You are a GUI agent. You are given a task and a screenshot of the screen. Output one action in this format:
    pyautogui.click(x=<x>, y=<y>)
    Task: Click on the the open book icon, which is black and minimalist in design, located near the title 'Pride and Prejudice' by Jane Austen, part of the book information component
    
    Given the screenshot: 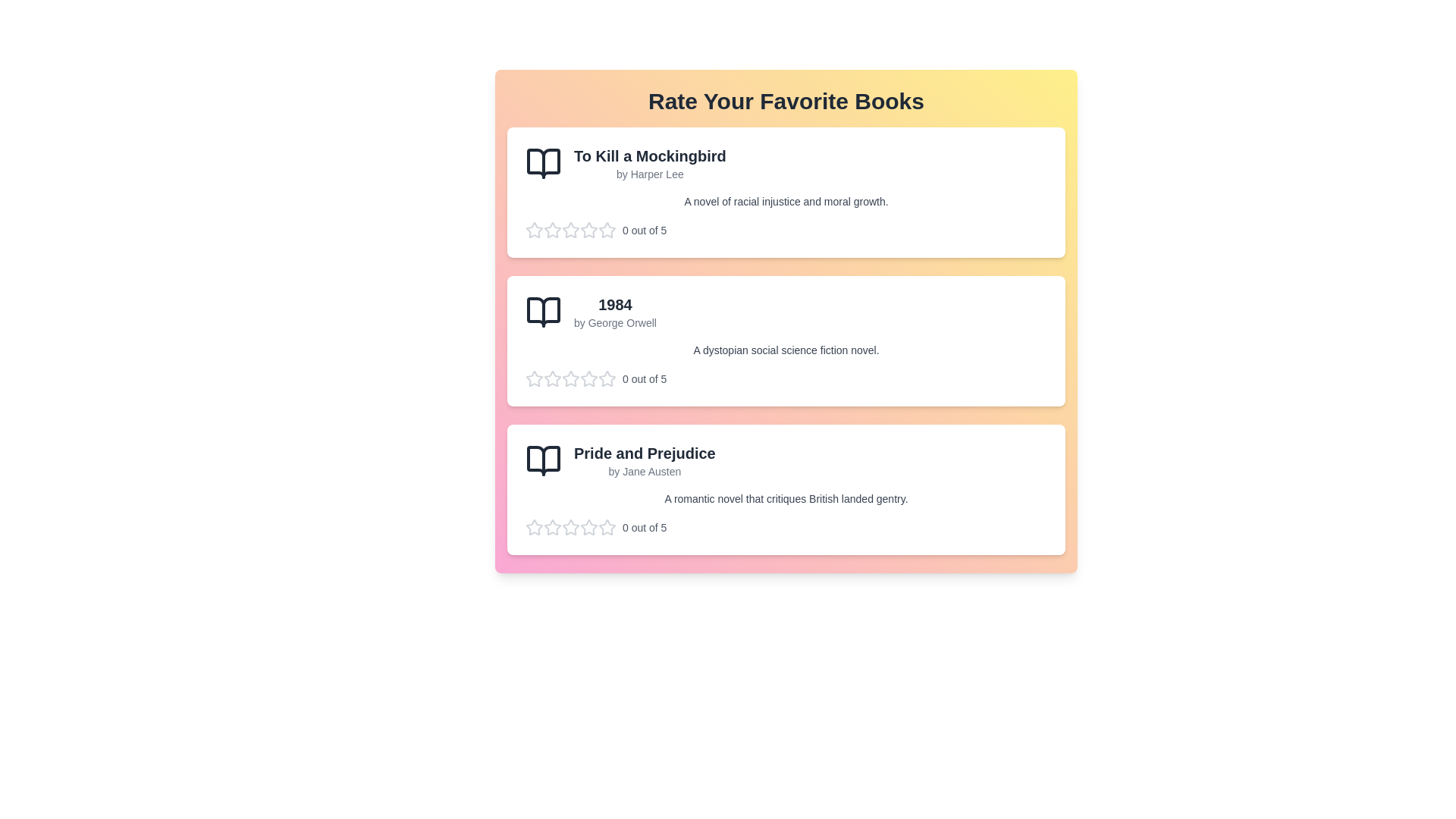 What is the action you would take?
    pyautogui.click(x=543, y=460)
    